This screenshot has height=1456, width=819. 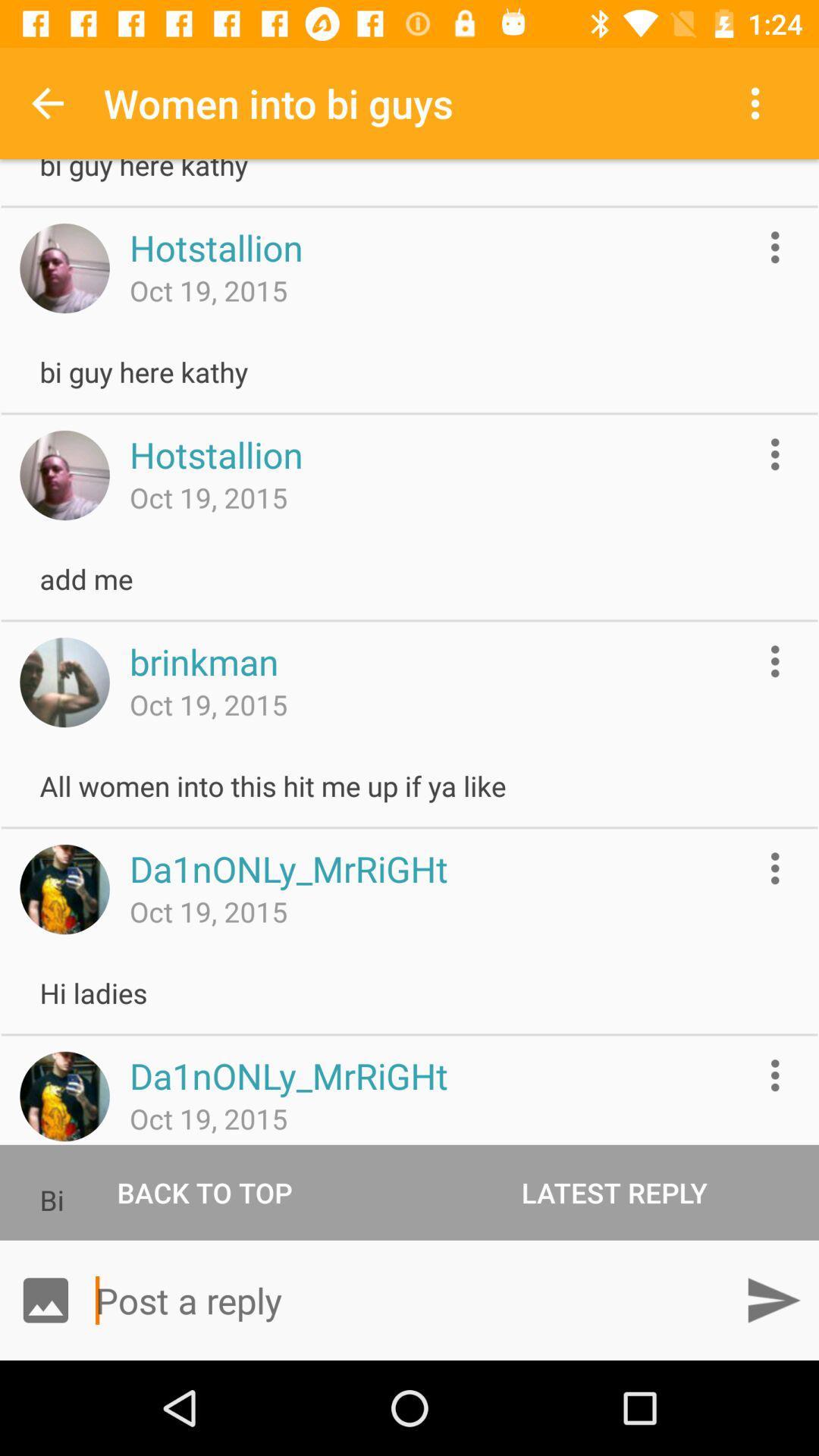 What do you see at coordinates (64, 1096) in the screenshot?
I see `icon` at bounding box center [64, 1096].